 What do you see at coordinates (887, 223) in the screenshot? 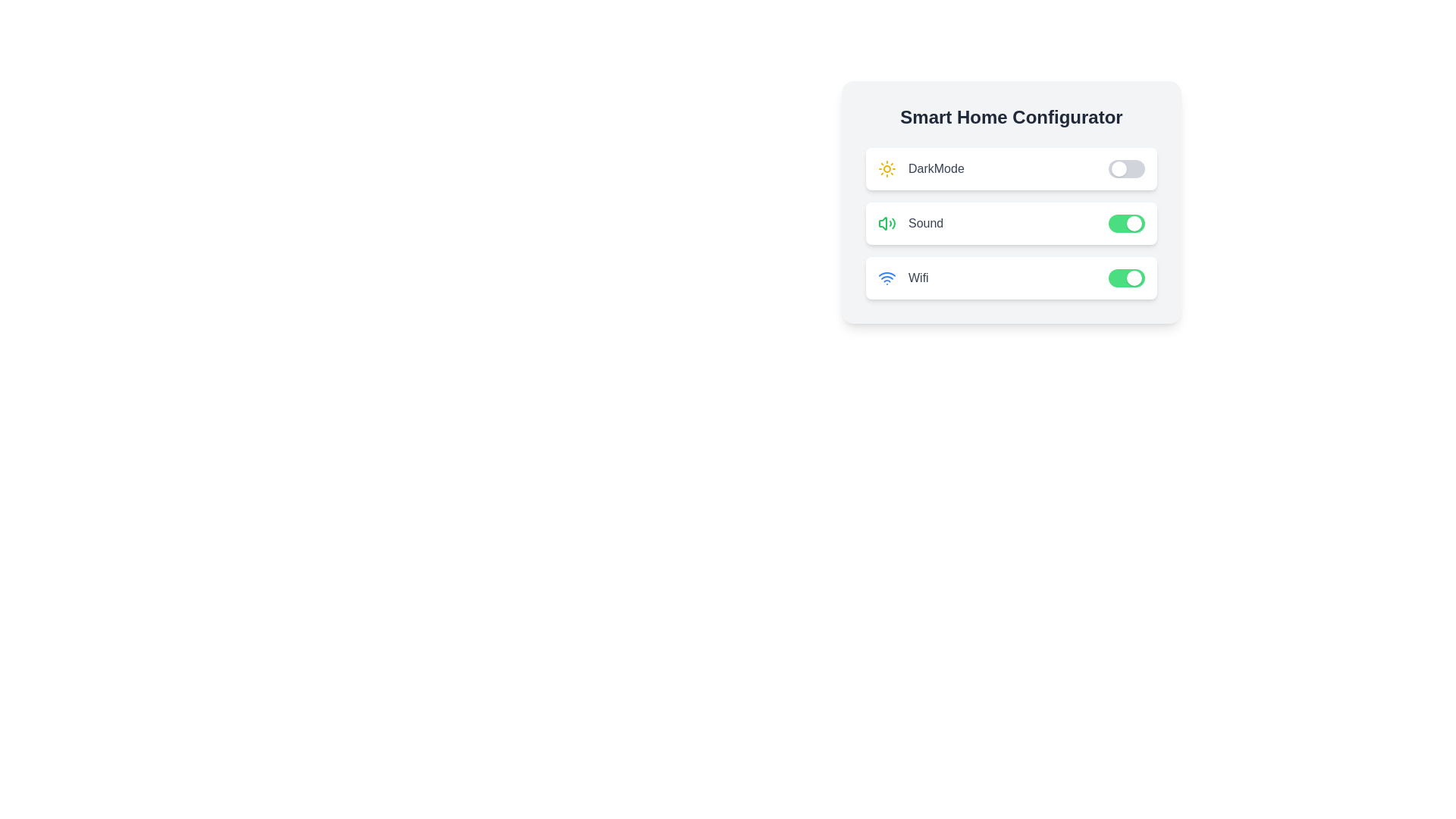
I see `green-colored sound volume icon that resembles a speaker emitting sound waves, located next to the 'Sound' label in the 'Smart Home Configurator' section` at bounding box center [887, 223].